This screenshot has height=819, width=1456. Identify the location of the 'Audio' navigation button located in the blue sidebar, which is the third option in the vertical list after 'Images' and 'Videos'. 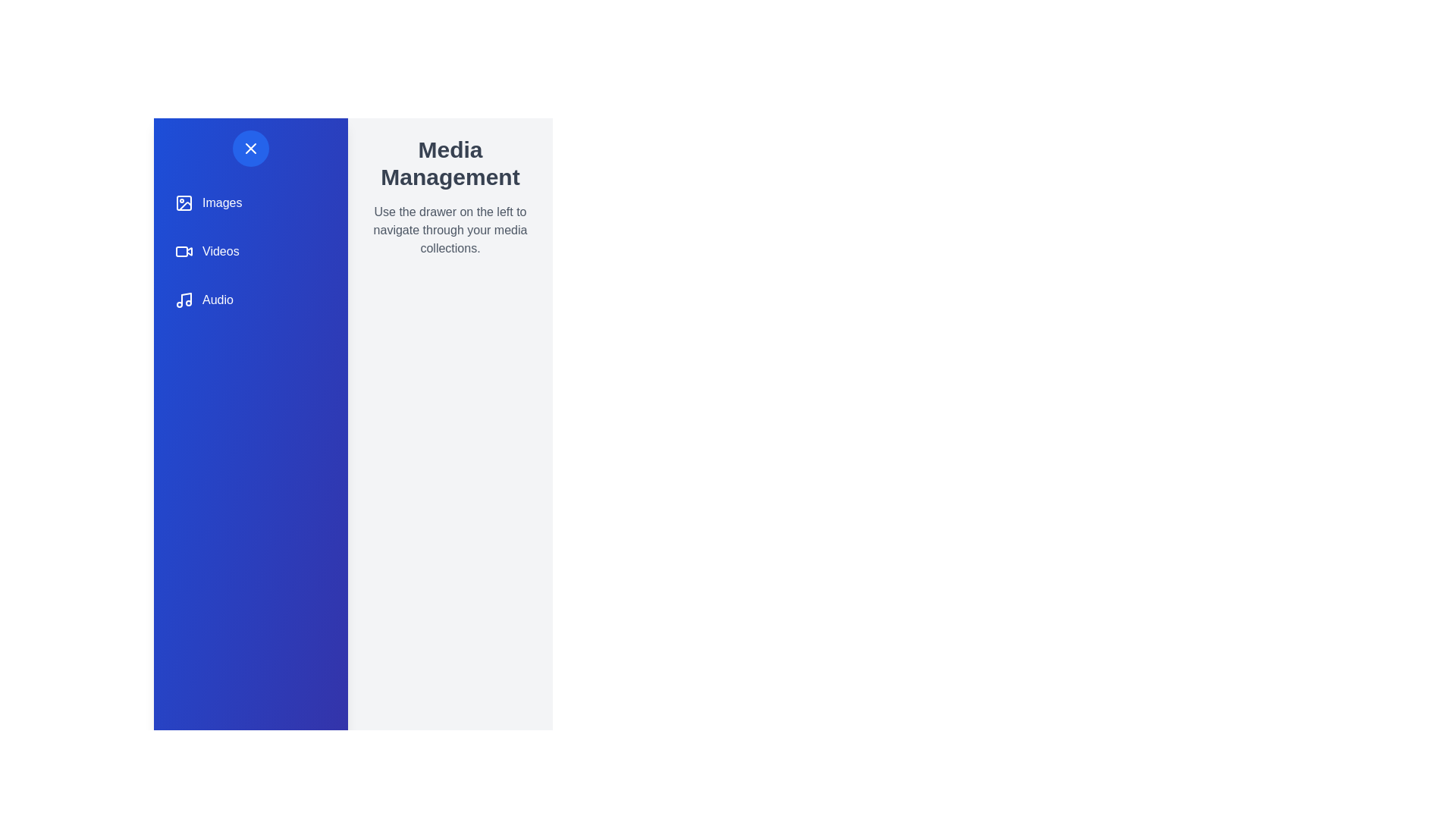
(203, 300).